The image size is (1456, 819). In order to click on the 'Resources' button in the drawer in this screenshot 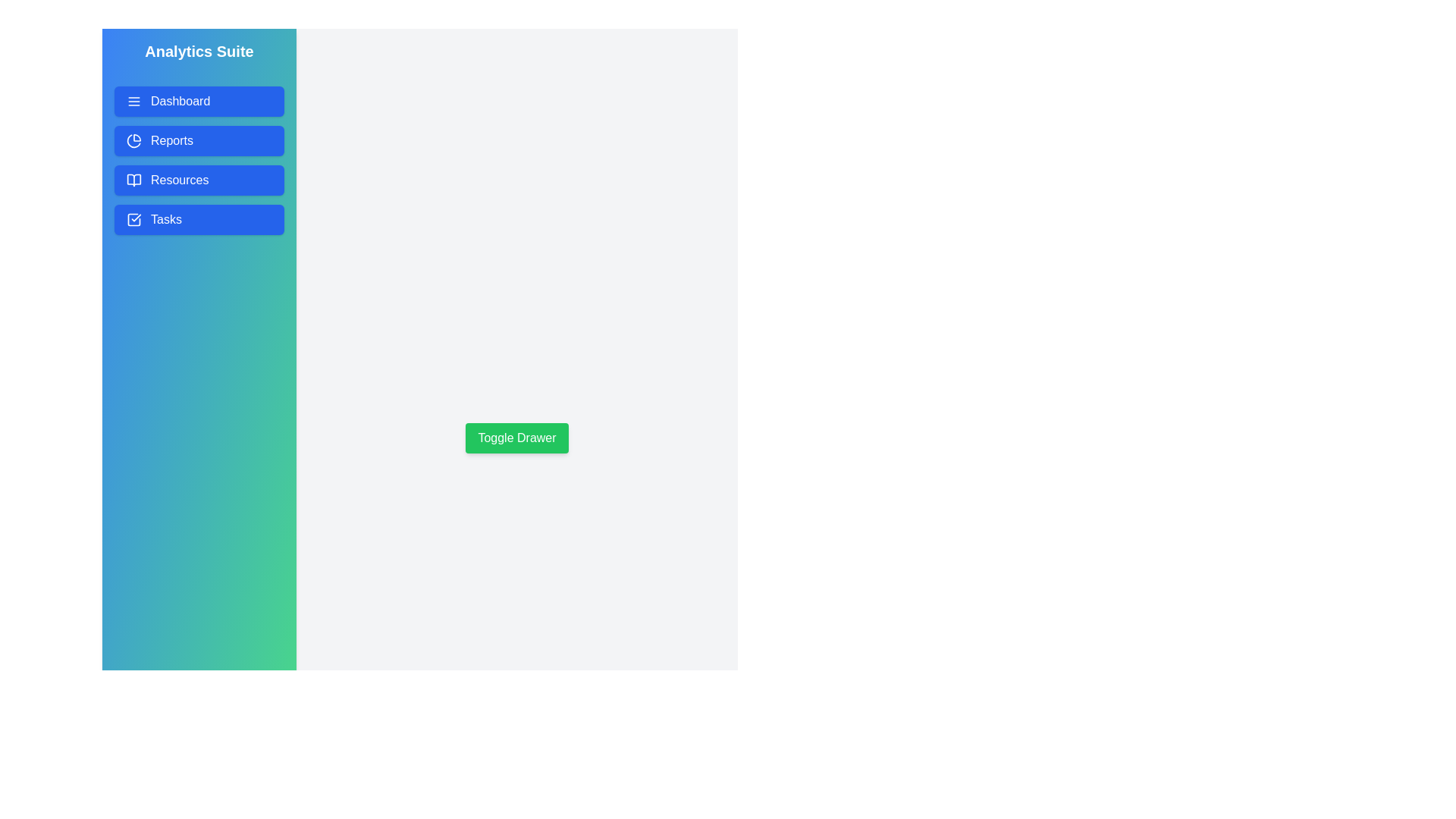, I will do `click(199, 180)`.